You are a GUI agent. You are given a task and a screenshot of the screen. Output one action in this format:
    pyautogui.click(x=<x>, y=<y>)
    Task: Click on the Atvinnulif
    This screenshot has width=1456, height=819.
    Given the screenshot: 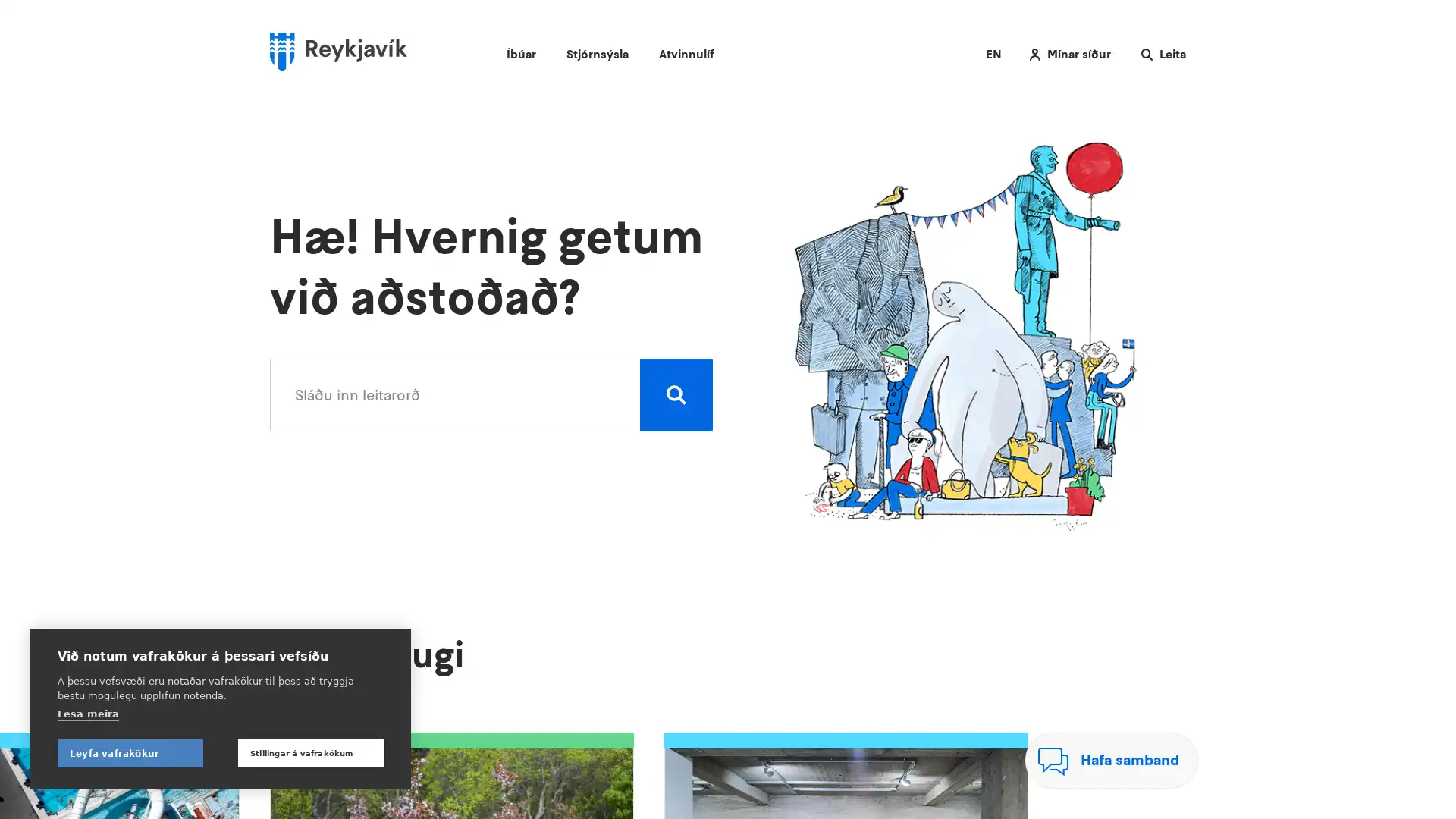 What is the action you would take?
    pyautogui.click(x=686, y=51)
    